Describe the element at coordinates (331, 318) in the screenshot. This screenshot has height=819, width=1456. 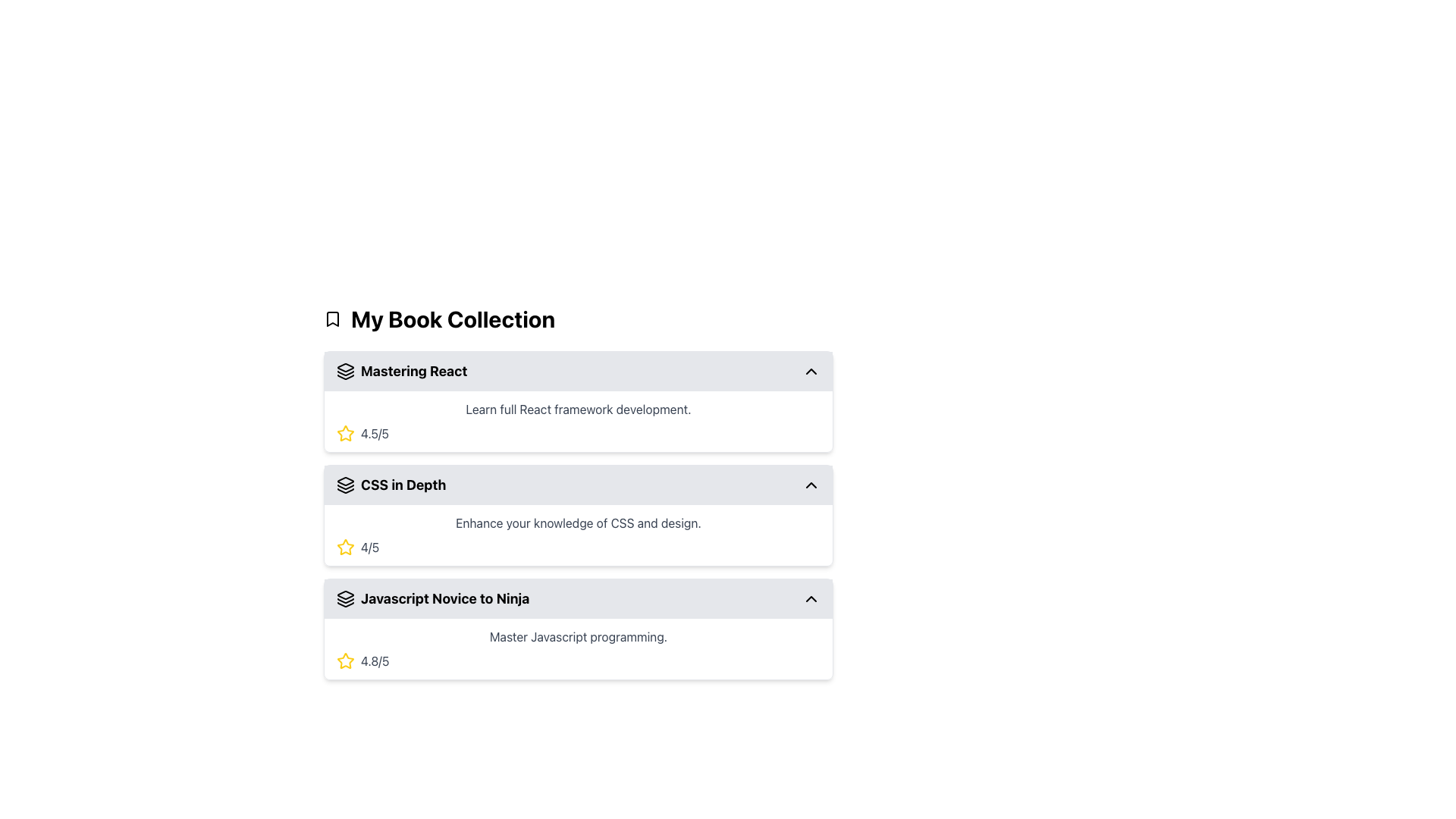
I see `the bookmark icon located at the far left of the header section, which features a minimalistic black design with distinct strokes and is adjacent to the text 'My Book Collection'` at that location.